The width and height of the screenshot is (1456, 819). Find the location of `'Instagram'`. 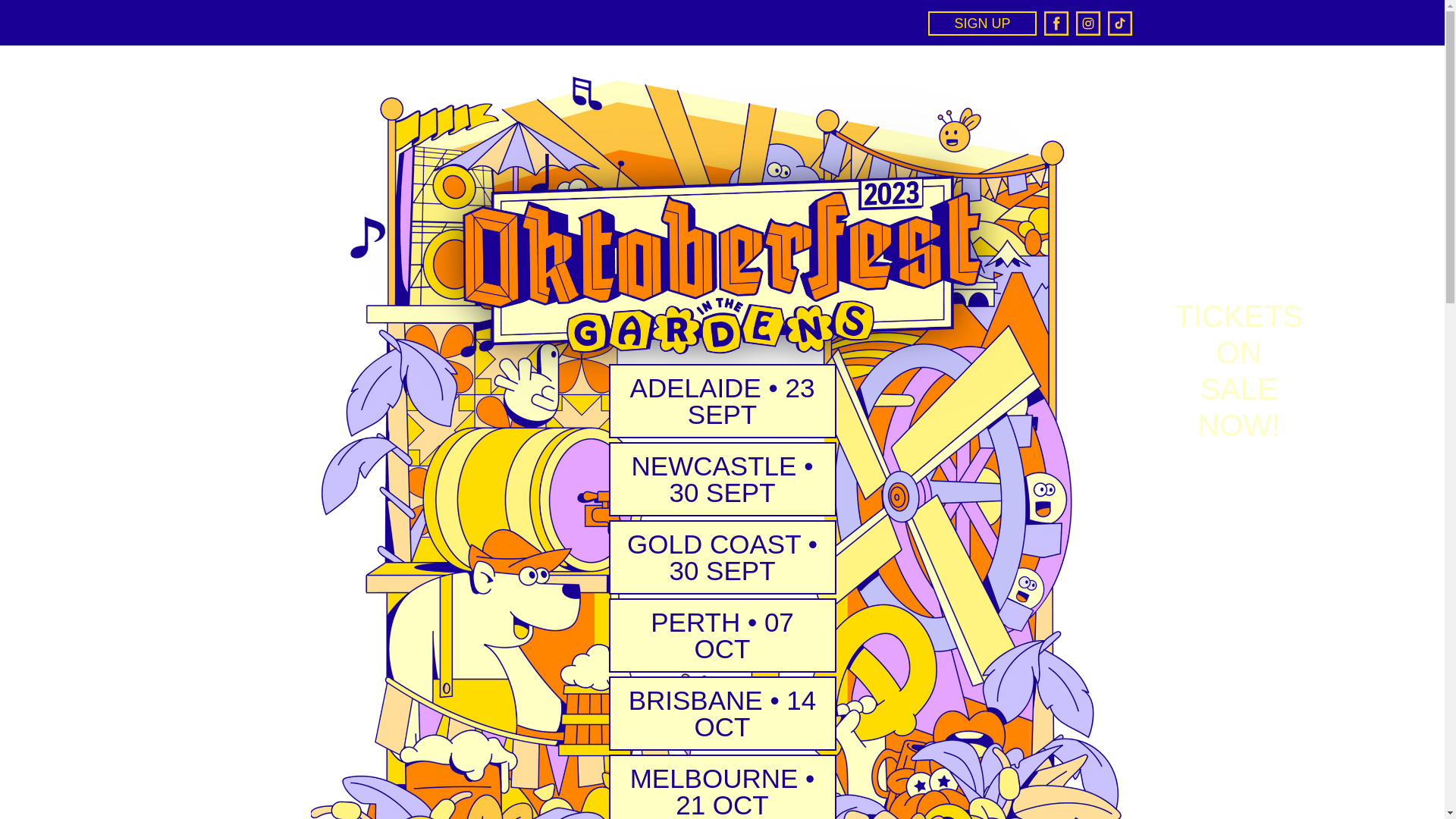

'Instagram' is located at coordinates (1087, 23).